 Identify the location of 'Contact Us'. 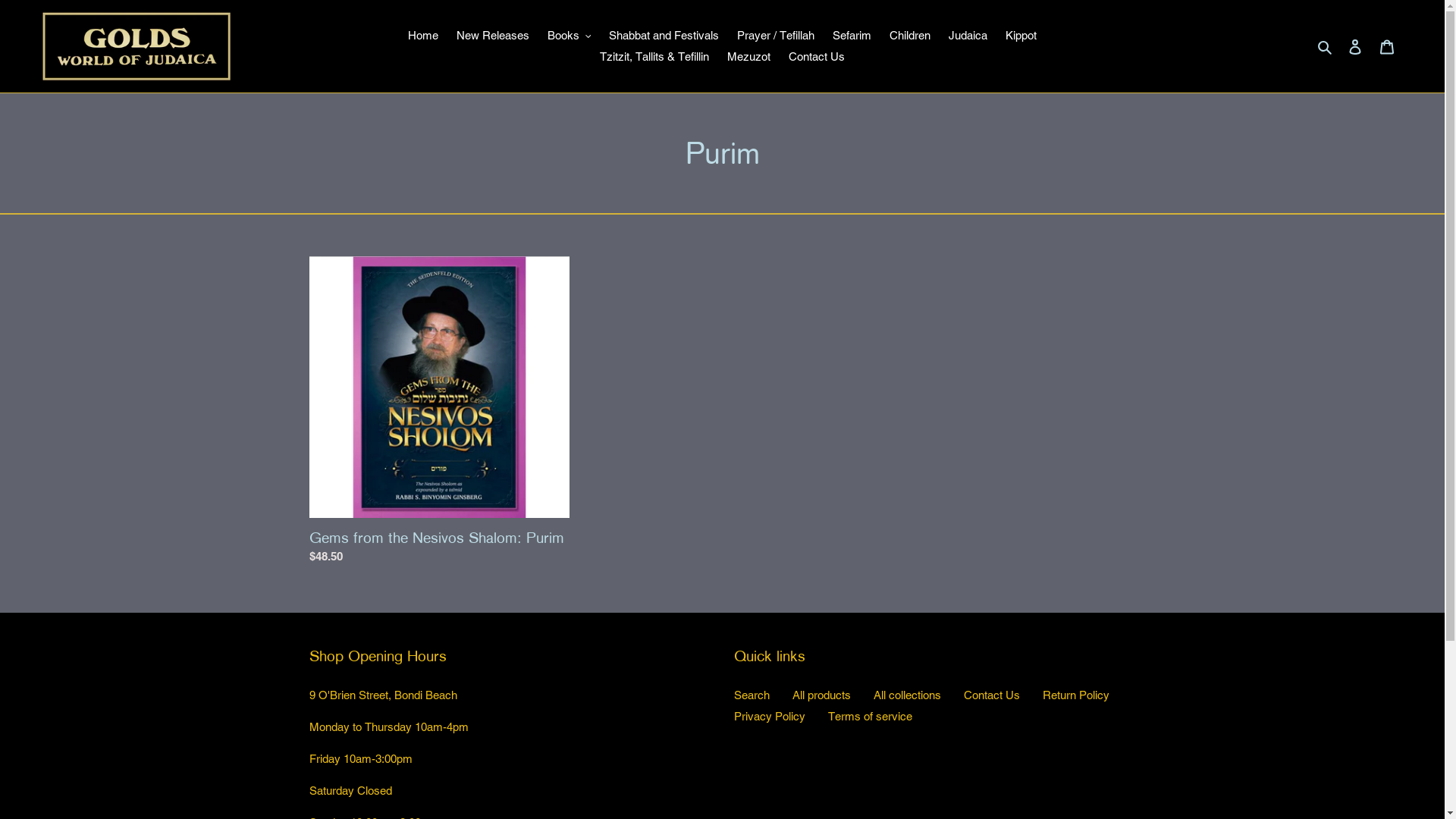
(815, 56).